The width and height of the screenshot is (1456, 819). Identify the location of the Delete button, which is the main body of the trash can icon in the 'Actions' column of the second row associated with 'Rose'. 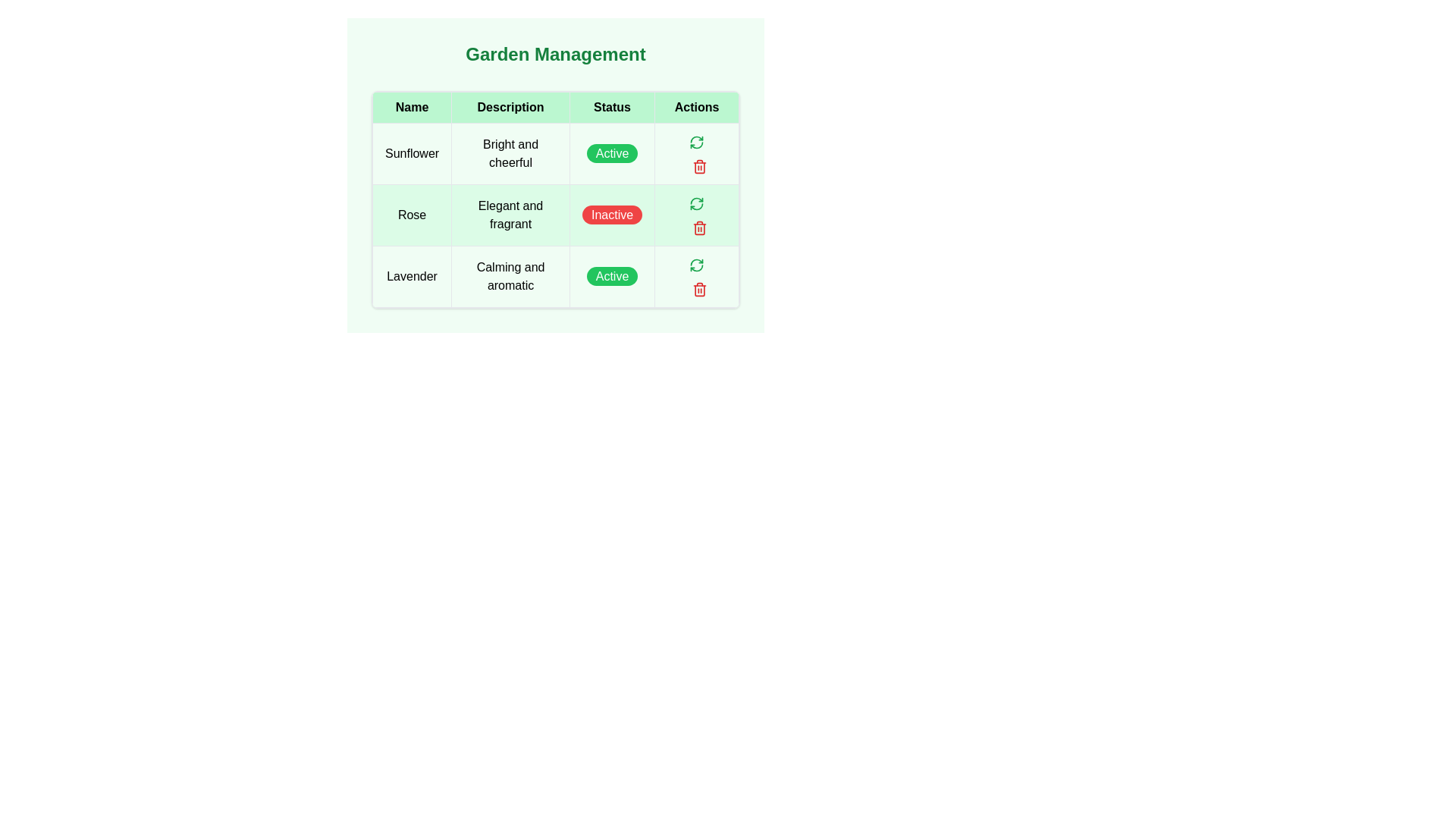
(699, 229).